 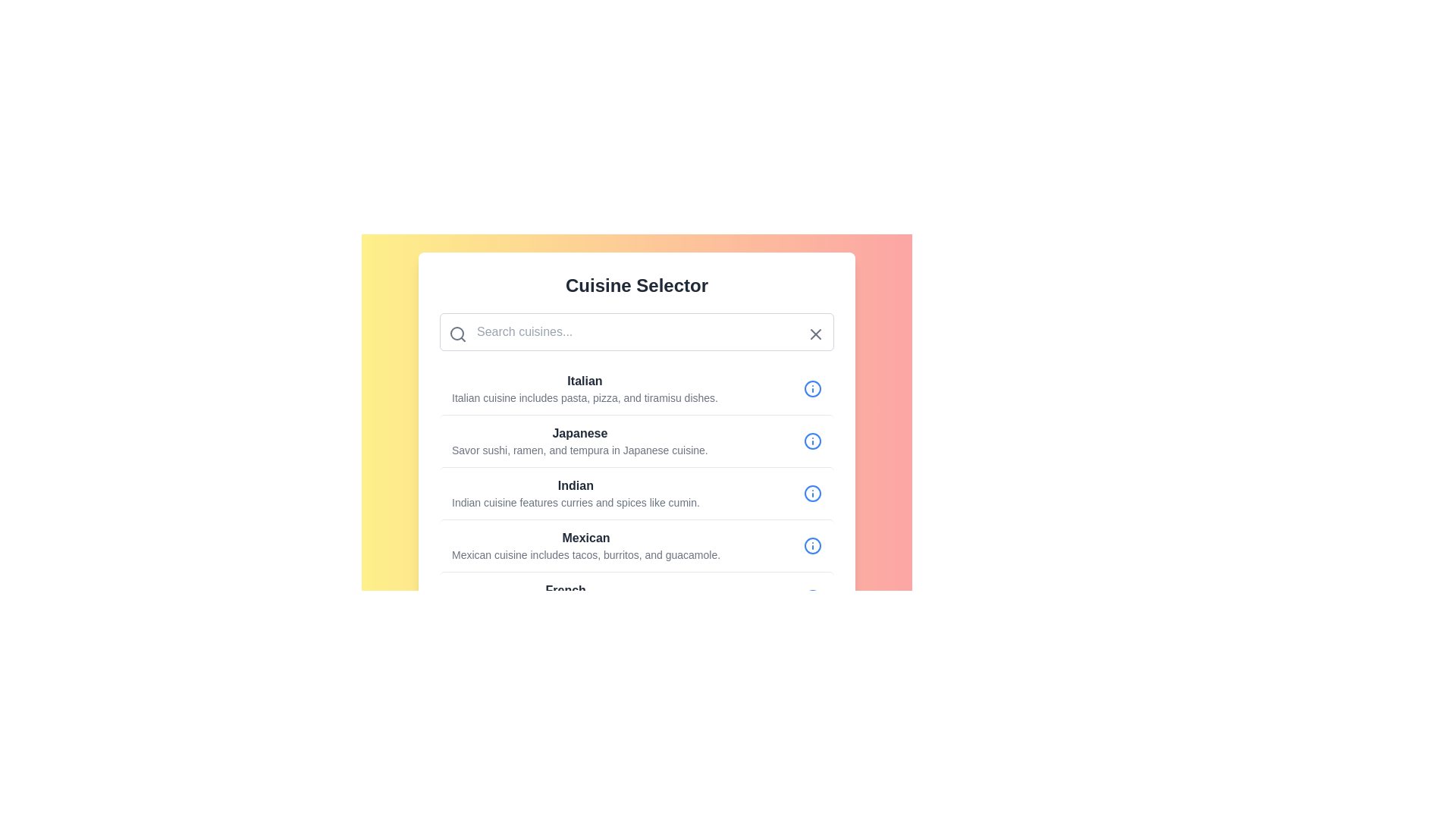 What do you see at coordinates (575, 494) in the screenshot?
I see `the text display element that describes 'Indian' cuisine, which is positioned between 'Japanese' and 'Mexican' in the cuisine selection interface` at bounding box center [575, 494].